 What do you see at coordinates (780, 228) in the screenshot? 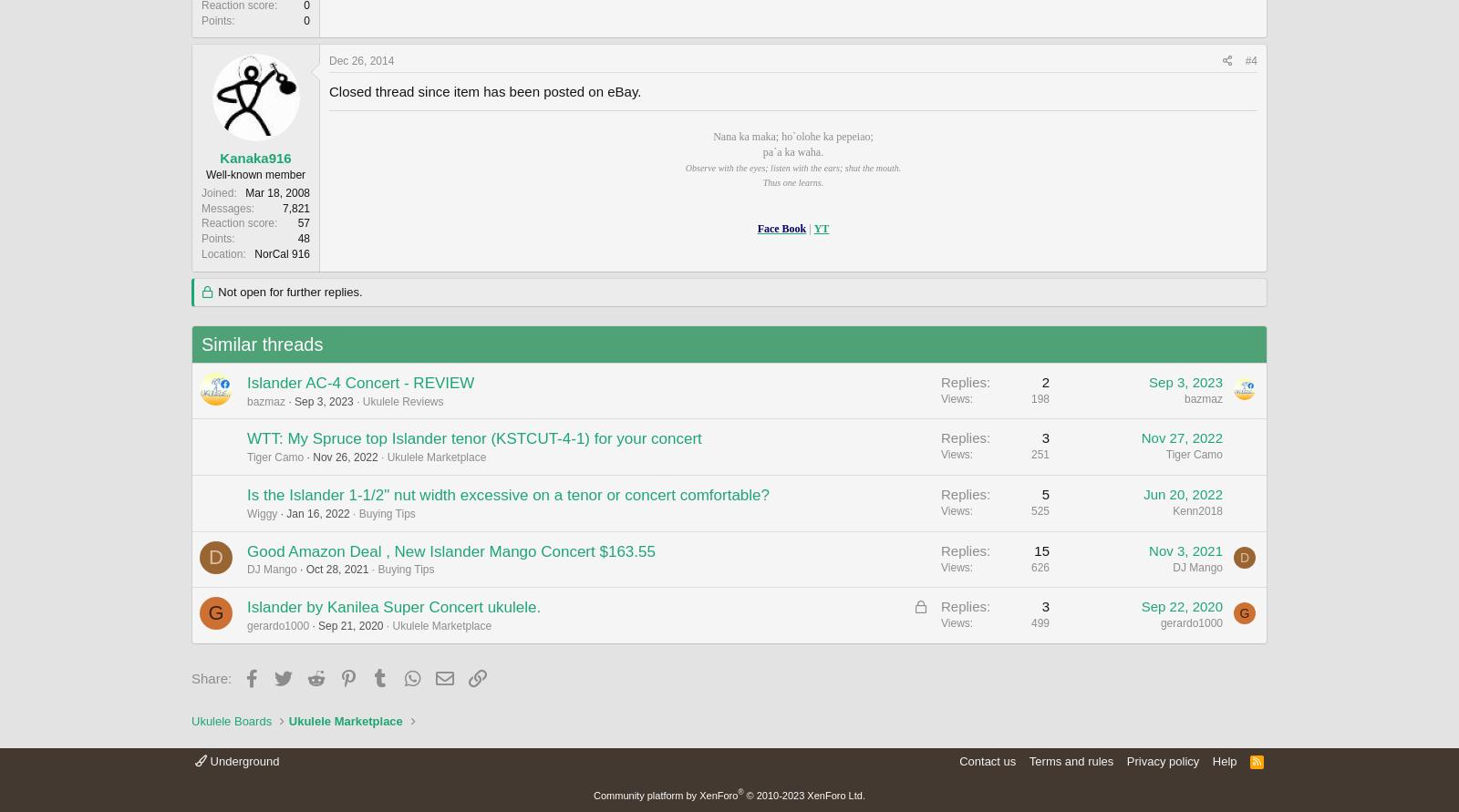
I see `'Face Book'` at bounding box center [780, 228].